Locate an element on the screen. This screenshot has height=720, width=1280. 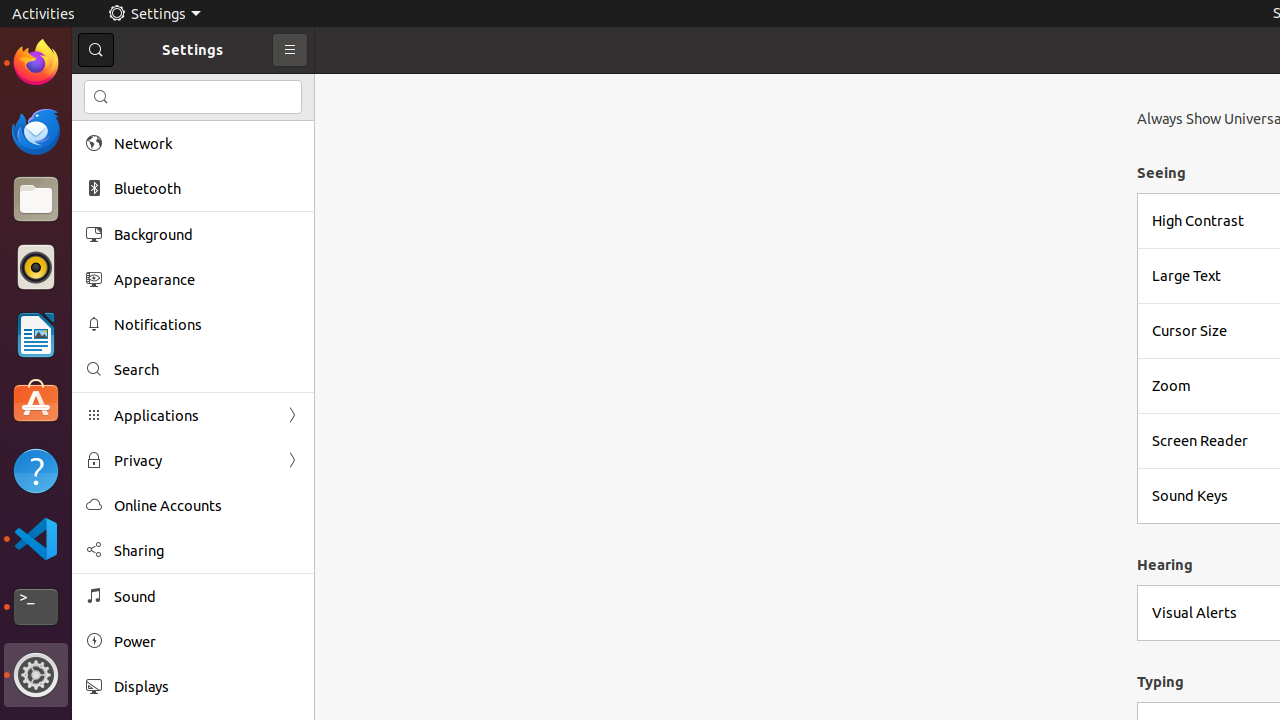
'Bluetooth' is located at coordinates (206, 188).